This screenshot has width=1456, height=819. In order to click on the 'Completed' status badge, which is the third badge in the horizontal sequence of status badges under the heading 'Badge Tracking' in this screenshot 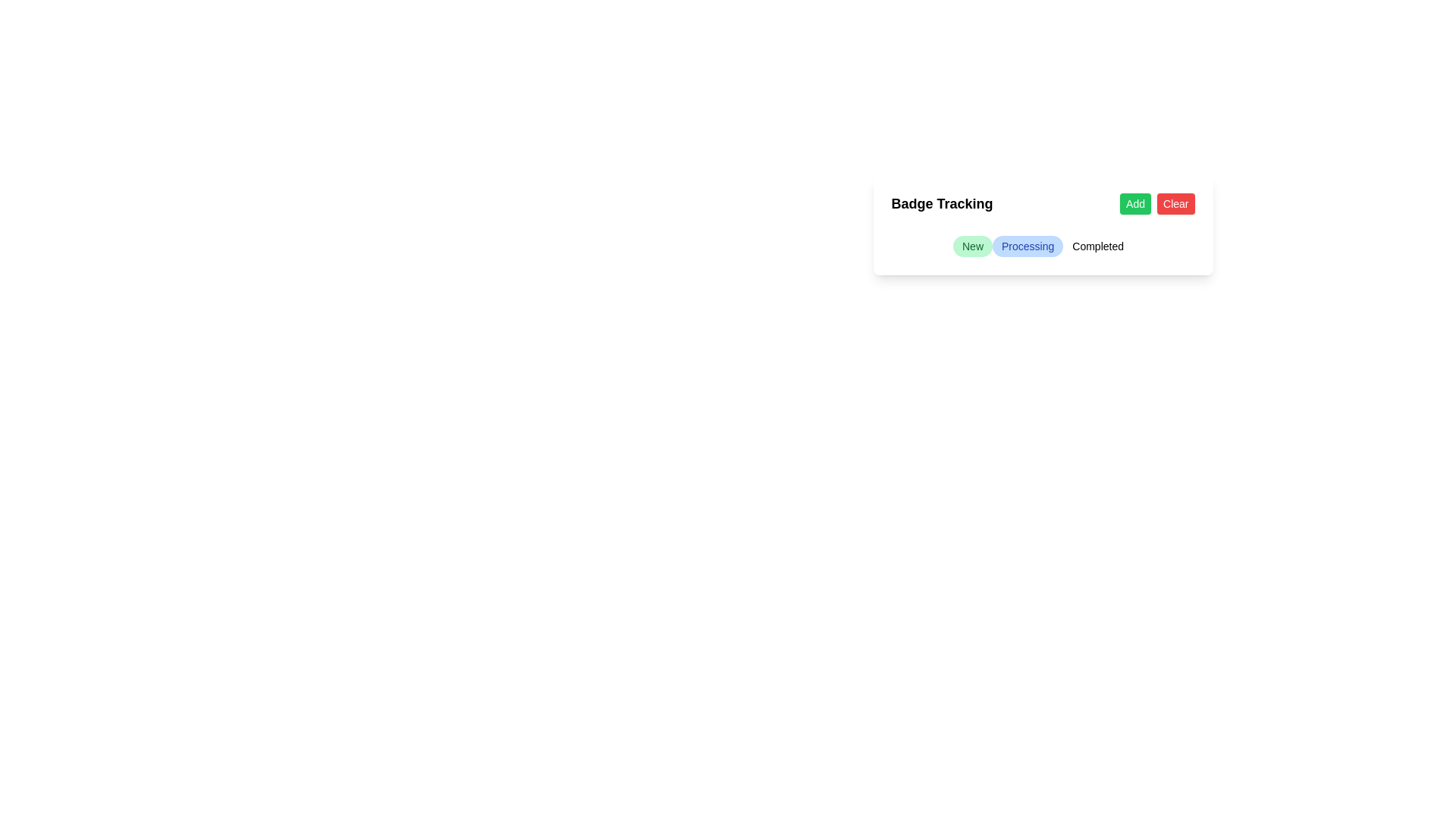, I will do `click(1098, 245)`.